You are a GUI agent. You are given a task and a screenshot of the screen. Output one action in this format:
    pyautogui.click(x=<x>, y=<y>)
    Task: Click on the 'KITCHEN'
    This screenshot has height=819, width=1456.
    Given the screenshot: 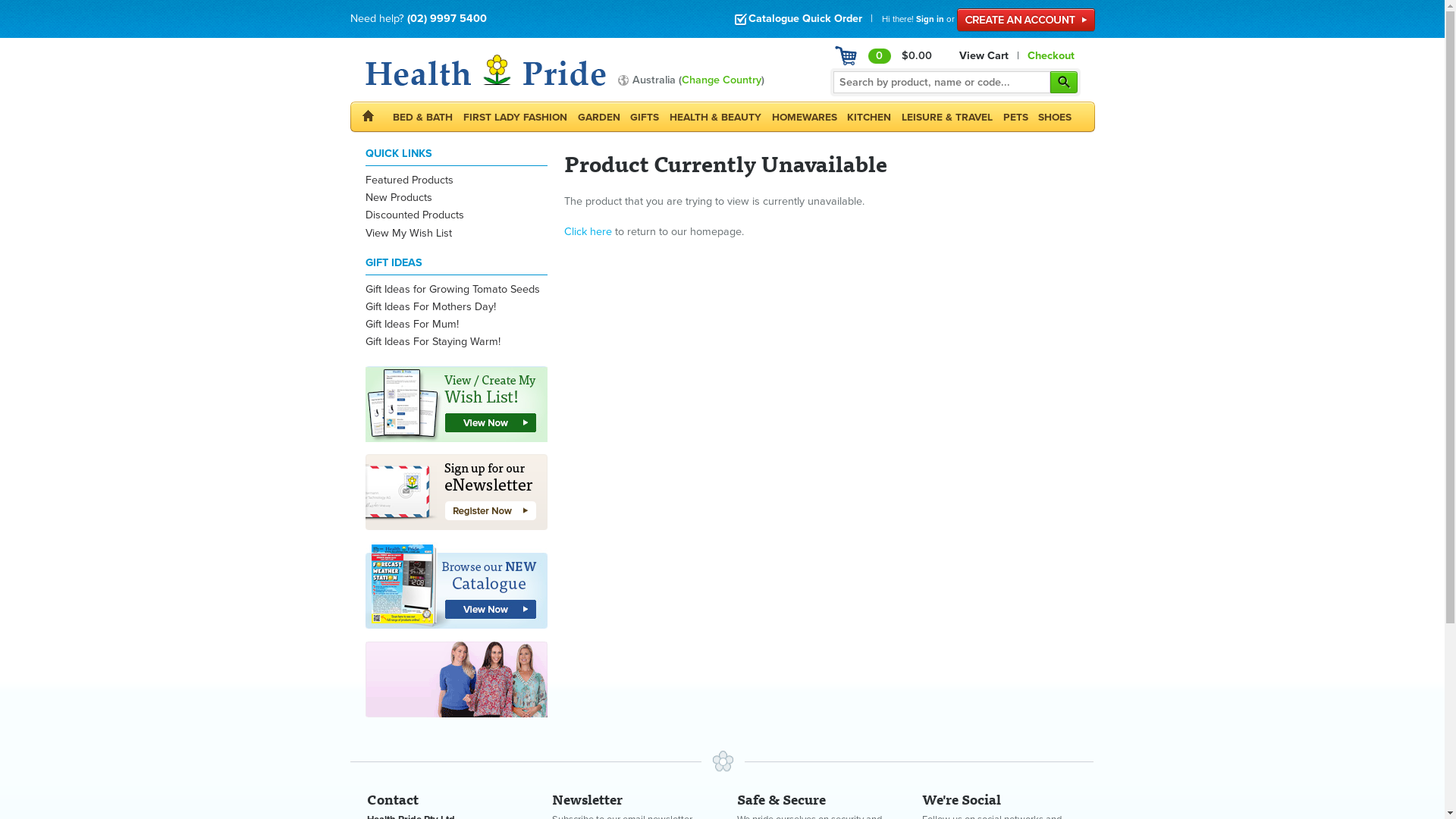 What is the action you would take?
    pyautogui.click(x=869, y=116)
    